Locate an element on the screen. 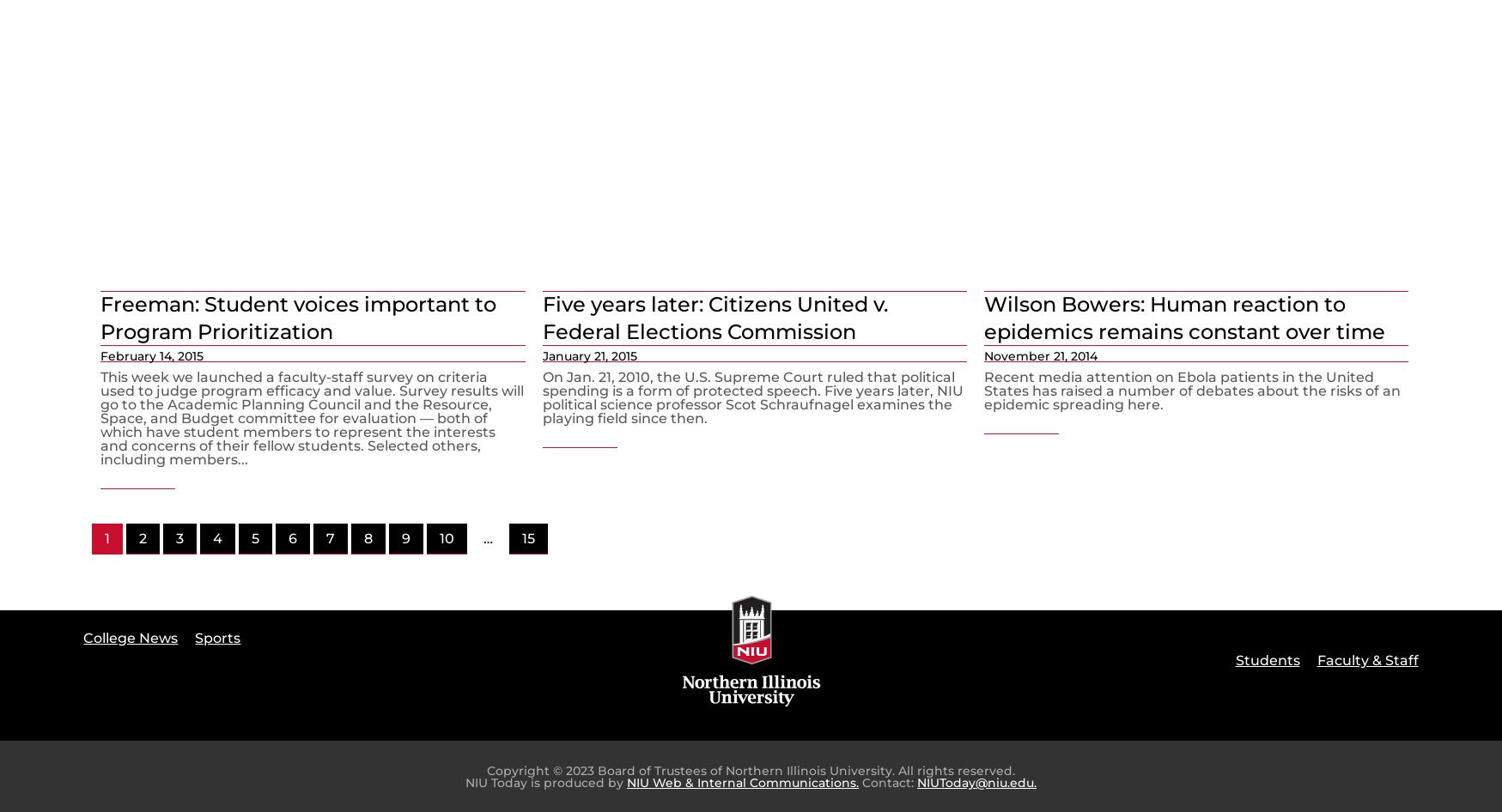  'Students' is located at coordinates (1267, 659).